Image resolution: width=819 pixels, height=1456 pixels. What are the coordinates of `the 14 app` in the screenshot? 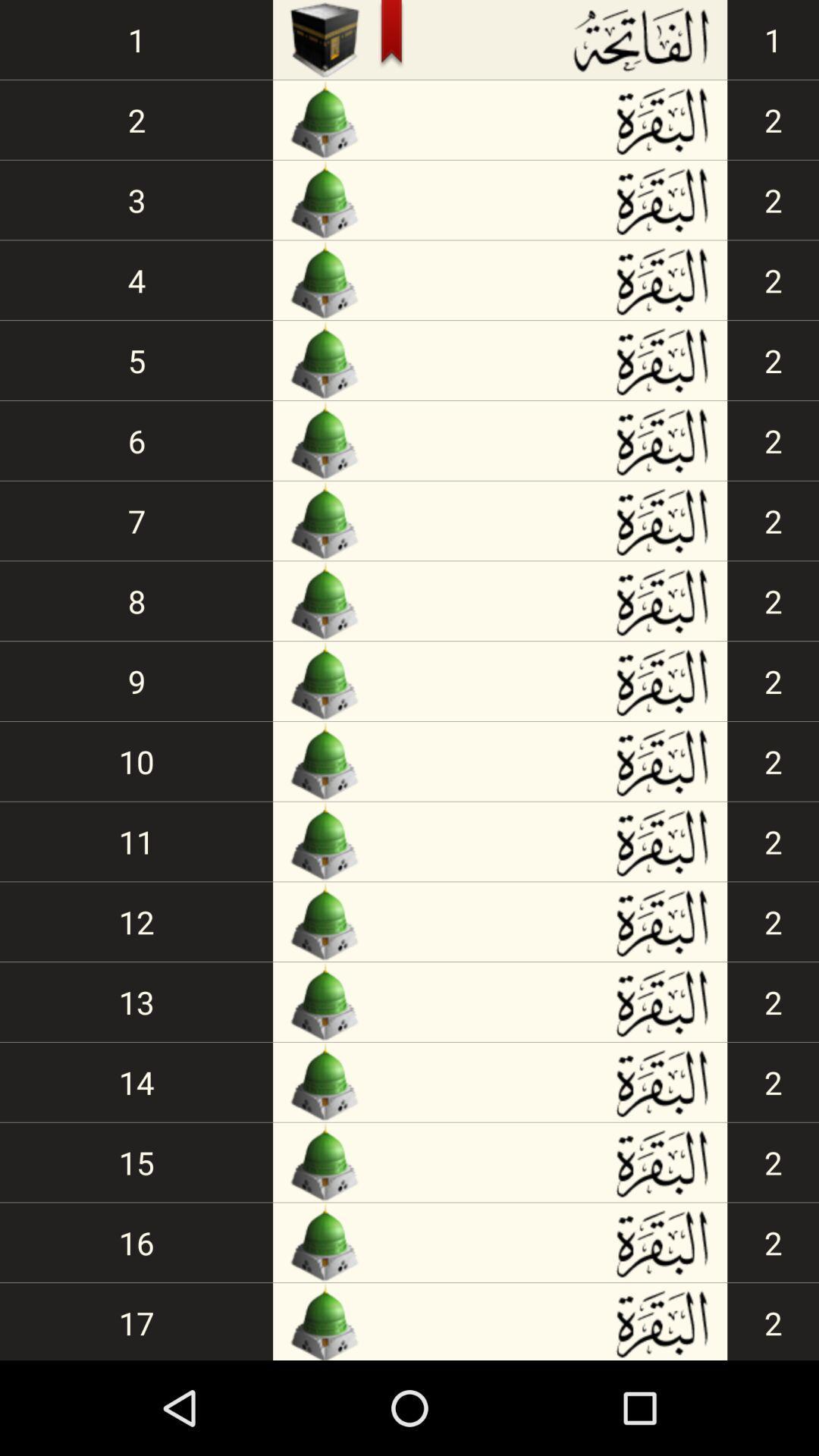 It's located at (136, 1081).